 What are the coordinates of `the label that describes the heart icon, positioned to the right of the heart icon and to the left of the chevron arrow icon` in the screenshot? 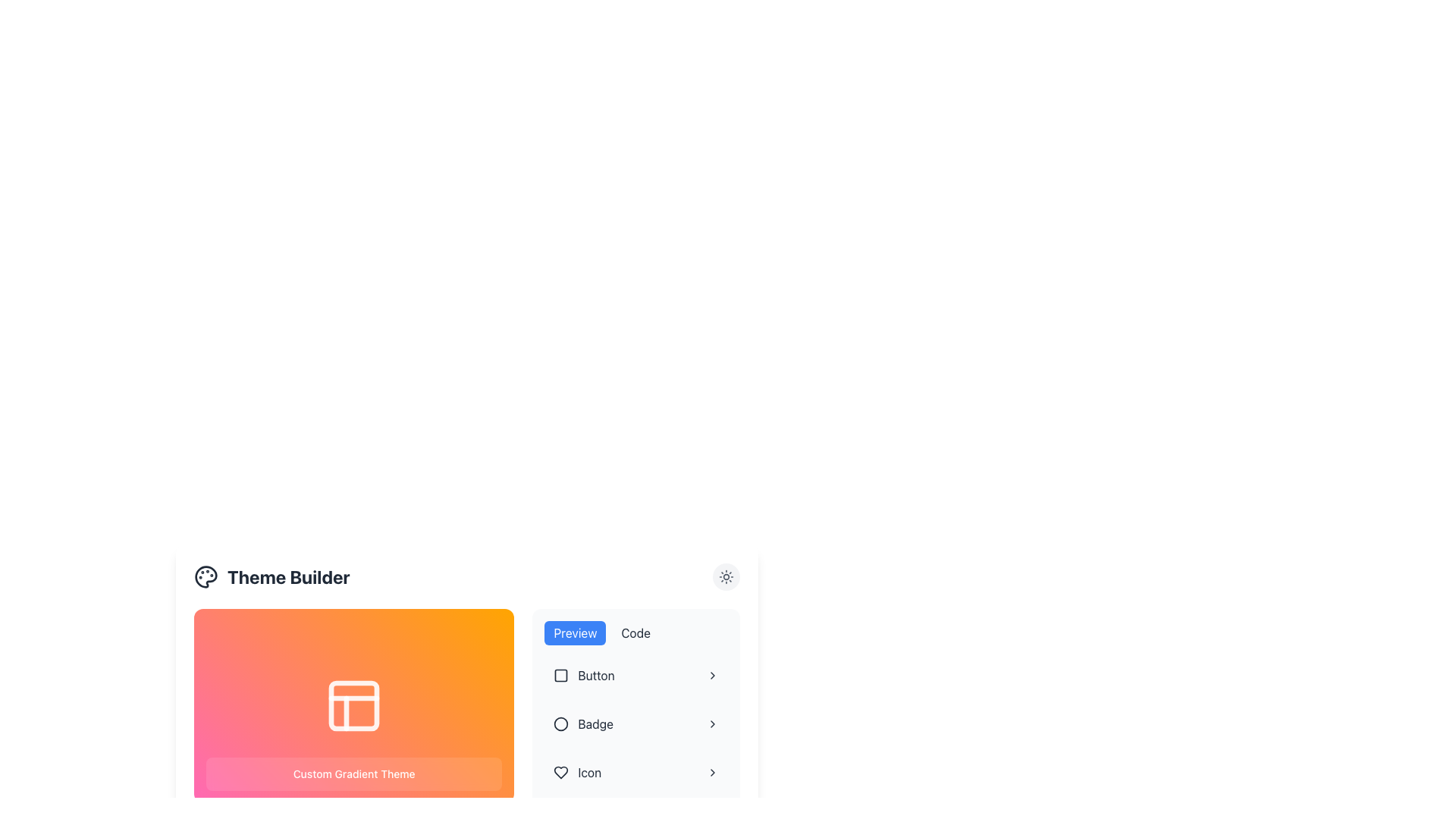 It's located at (588, 772).